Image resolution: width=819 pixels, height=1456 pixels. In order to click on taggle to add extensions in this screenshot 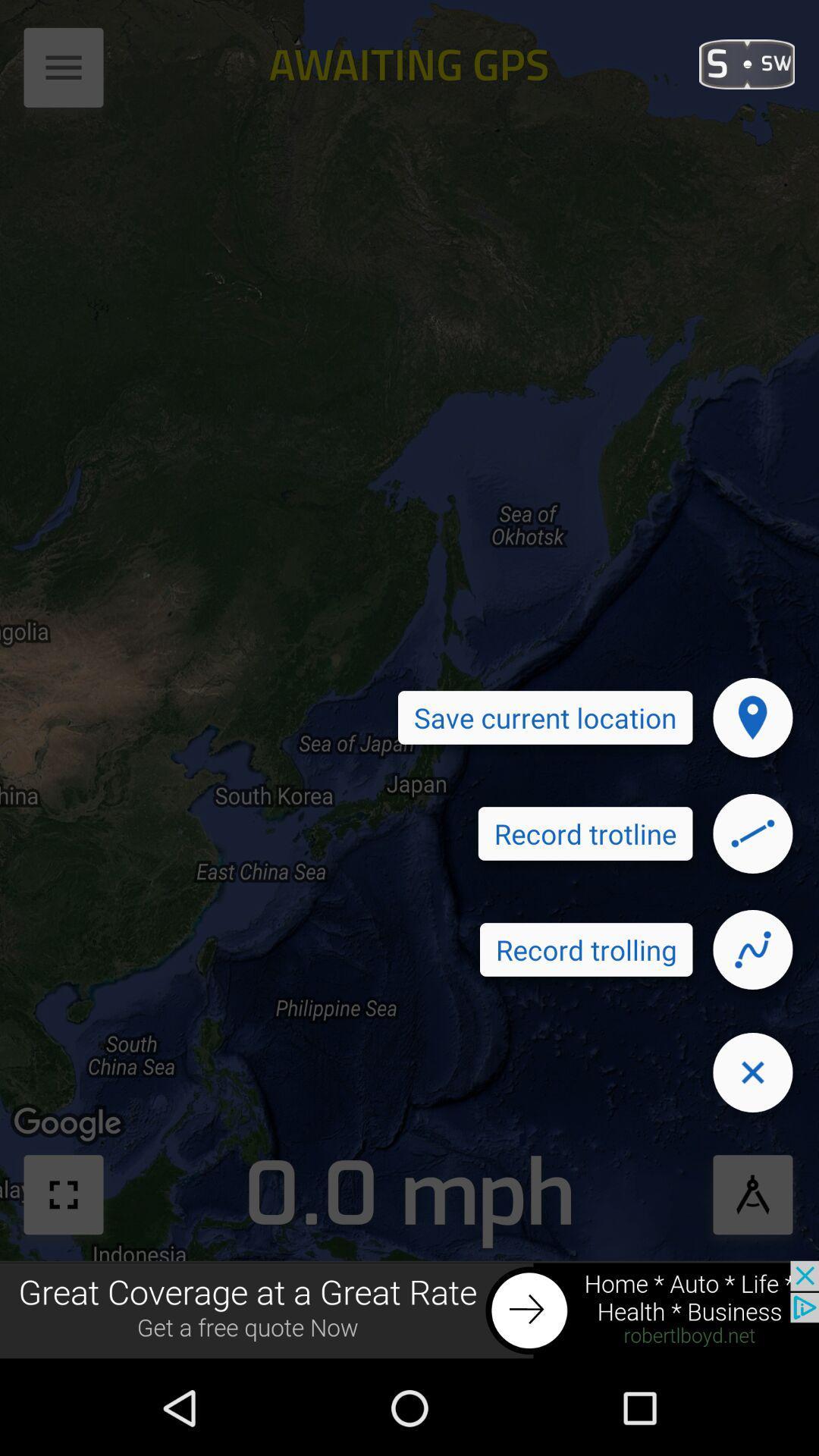, I will do `click(64, 72)`.